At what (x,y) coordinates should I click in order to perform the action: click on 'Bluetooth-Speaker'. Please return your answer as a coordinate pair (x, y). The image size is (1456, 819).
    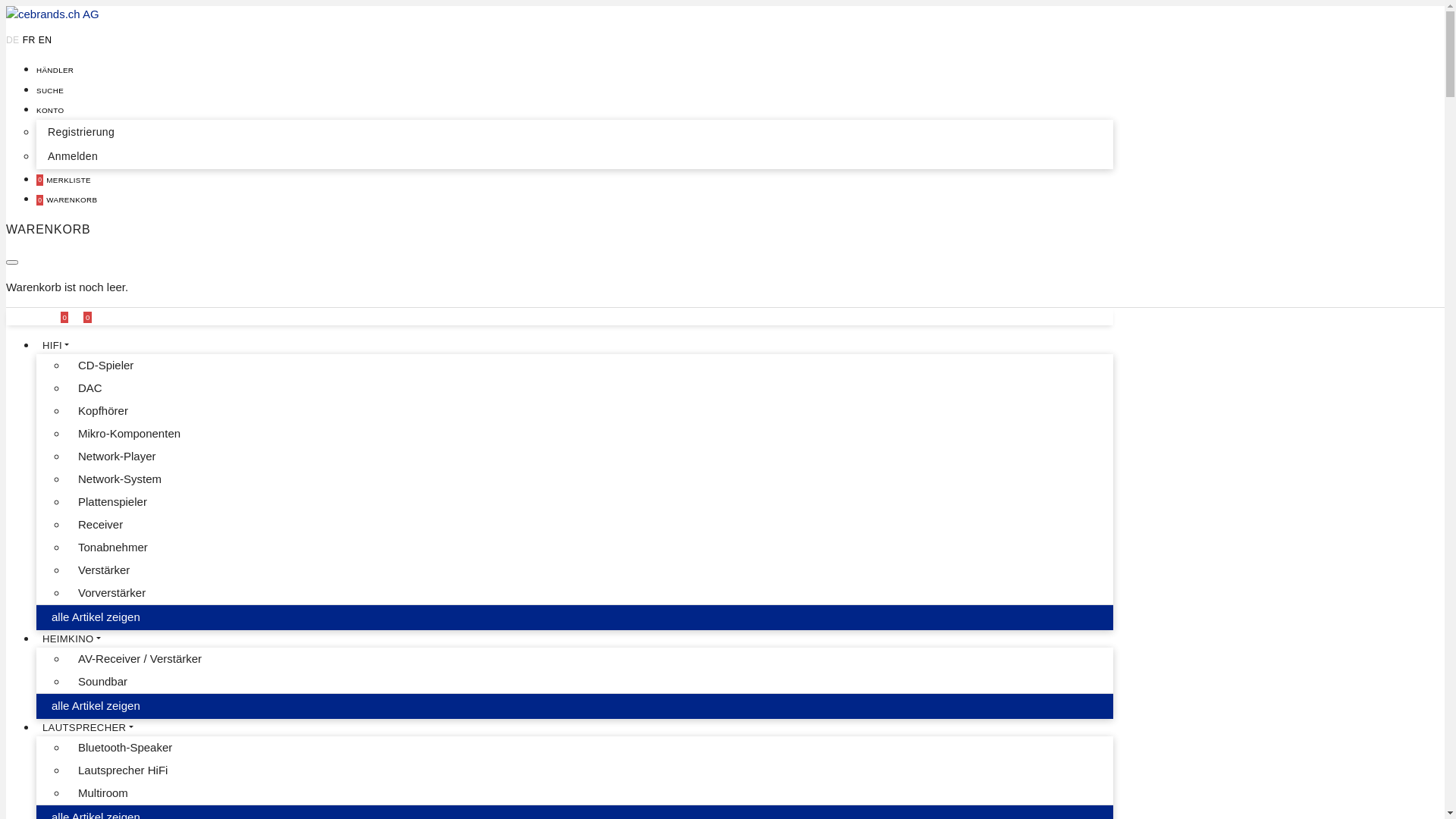
    Looking at the image, I should click on (153, 747).